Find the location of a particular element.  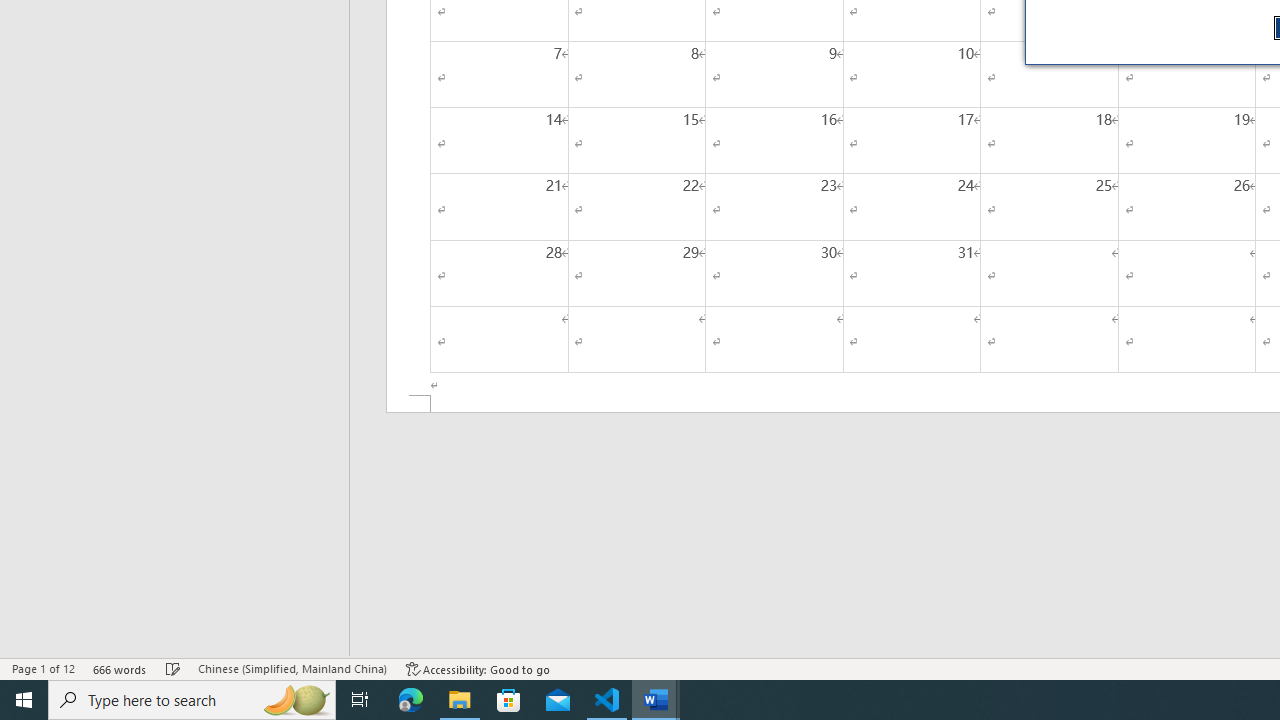

'File Explorer - 1 running window' is located at coordinates (459, 698).